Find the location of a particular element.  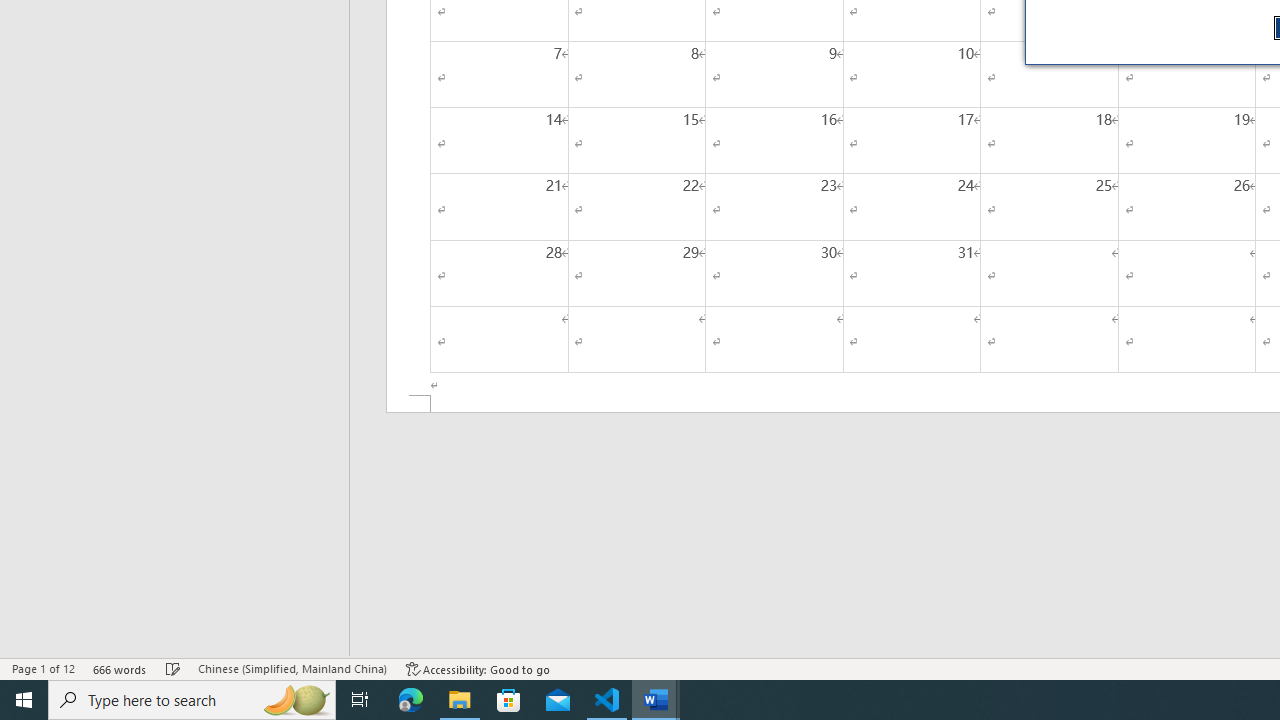

'File Explorer - 1 running window' is located at coordinates (459, 698).